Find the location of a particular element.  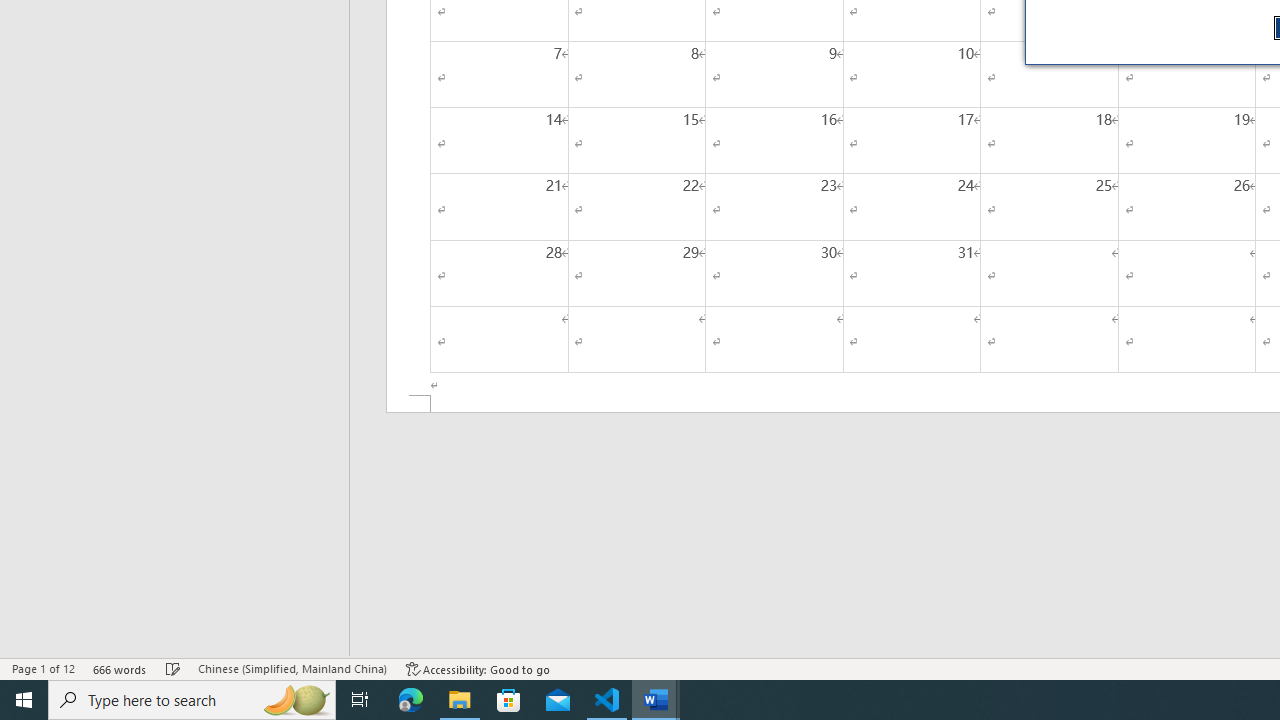

'File Explorer - 1 running window' is located at coordinates (459, 698).